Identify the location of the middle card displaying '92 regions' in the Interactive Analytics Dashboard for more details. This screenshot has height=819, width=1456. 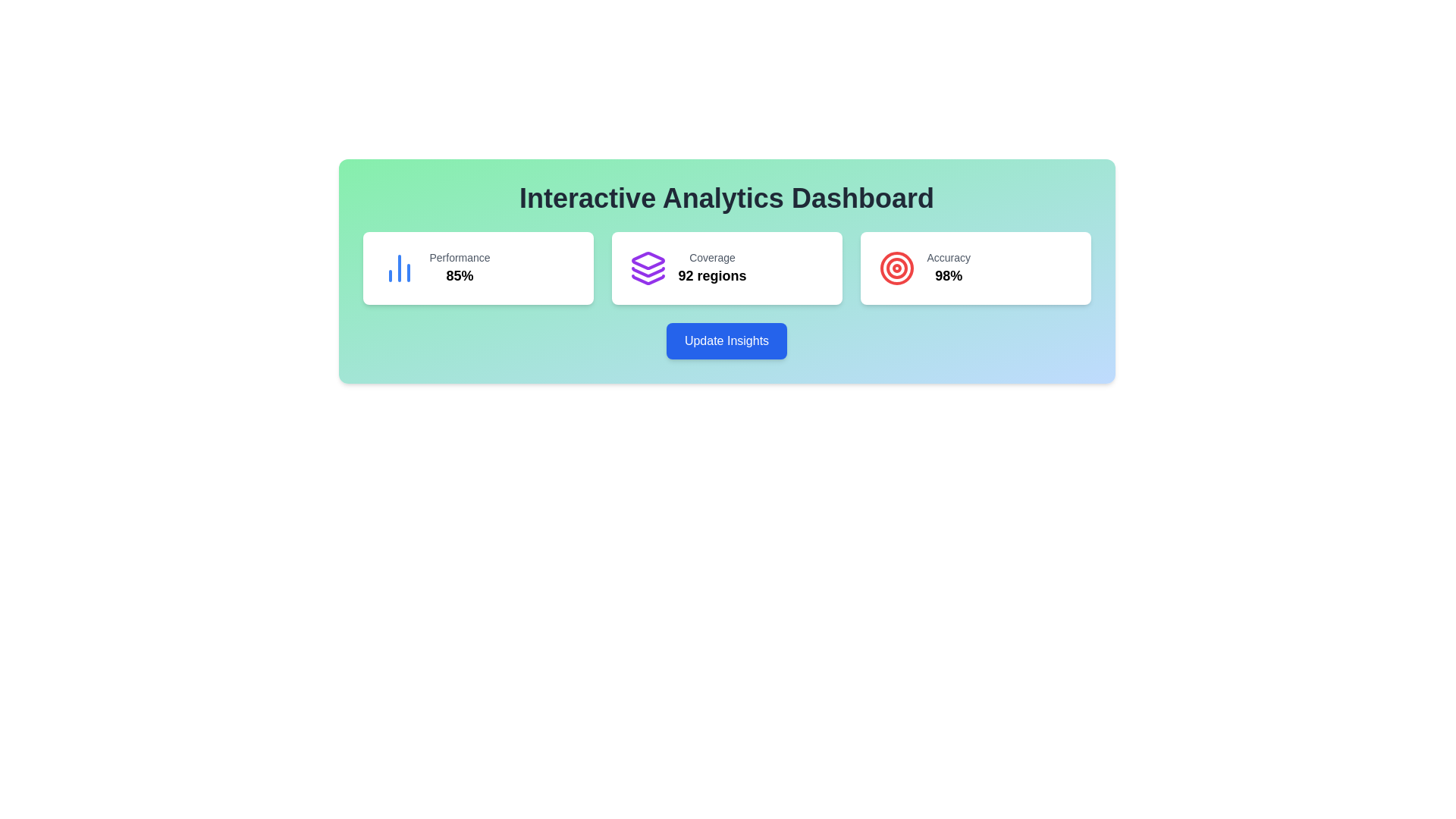
(726, 268).